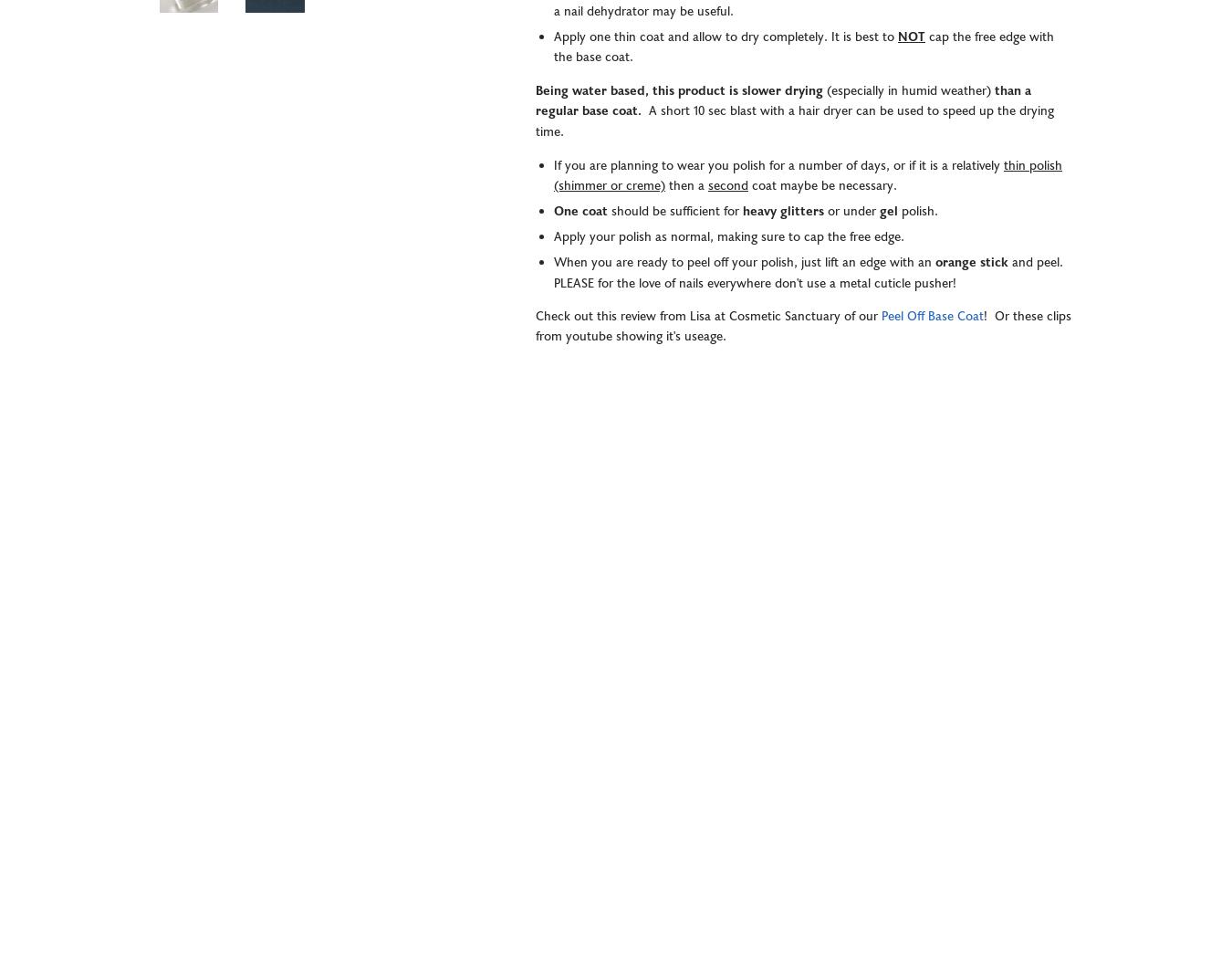 The height and width of the screenshot is (963, 1232). What do you see at coordinates (730, 236) in the screenshot?
I see `'Apply your polish as normal, making sure to cap the free edge.'` at bounding box center [730, 236].